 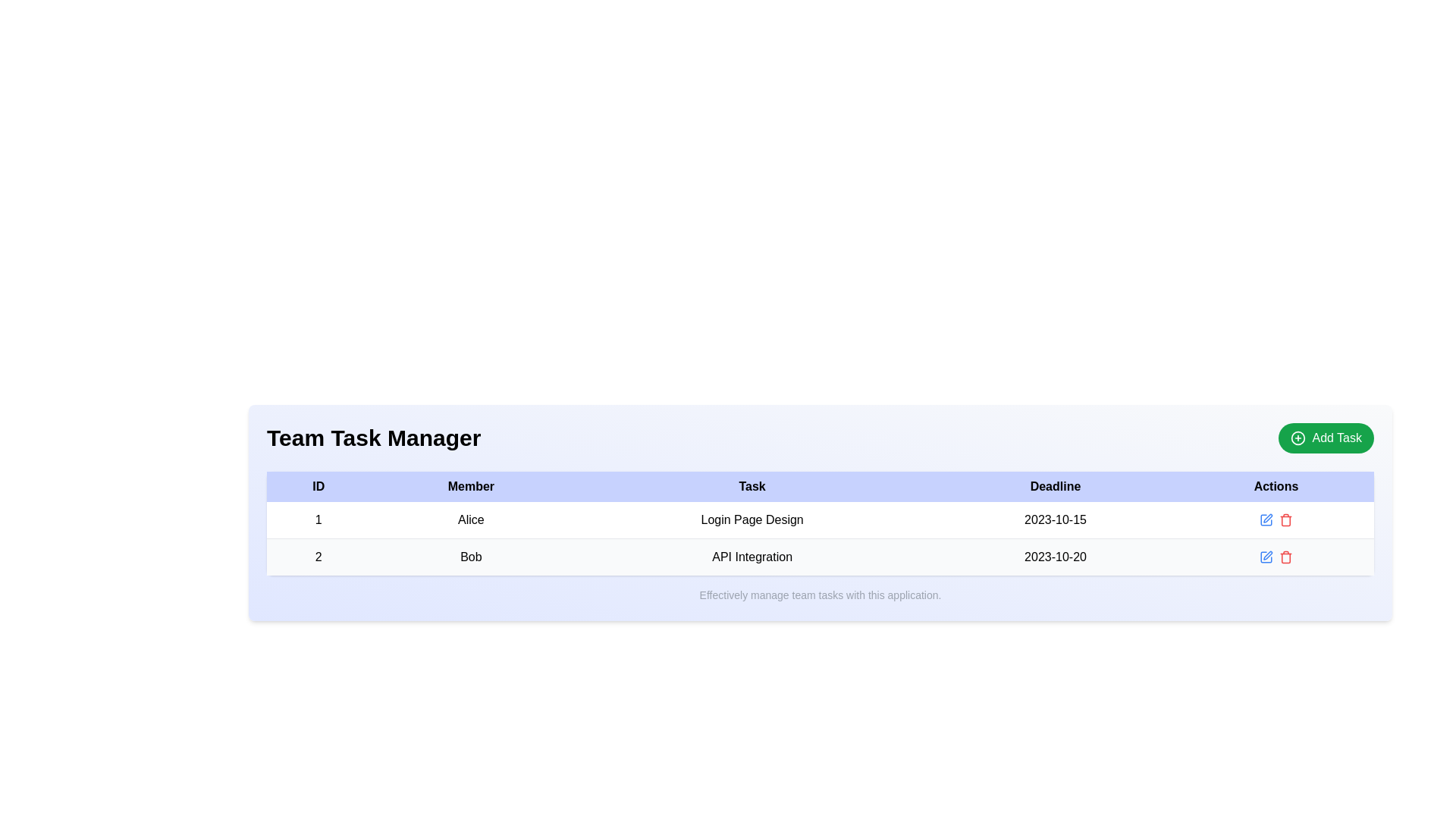 I want to click on the static text display representing the deadline date for the task entry in the second row of the 'Deadline' column in the 'Team Task Manager' table, so click(x=1055, y=556).